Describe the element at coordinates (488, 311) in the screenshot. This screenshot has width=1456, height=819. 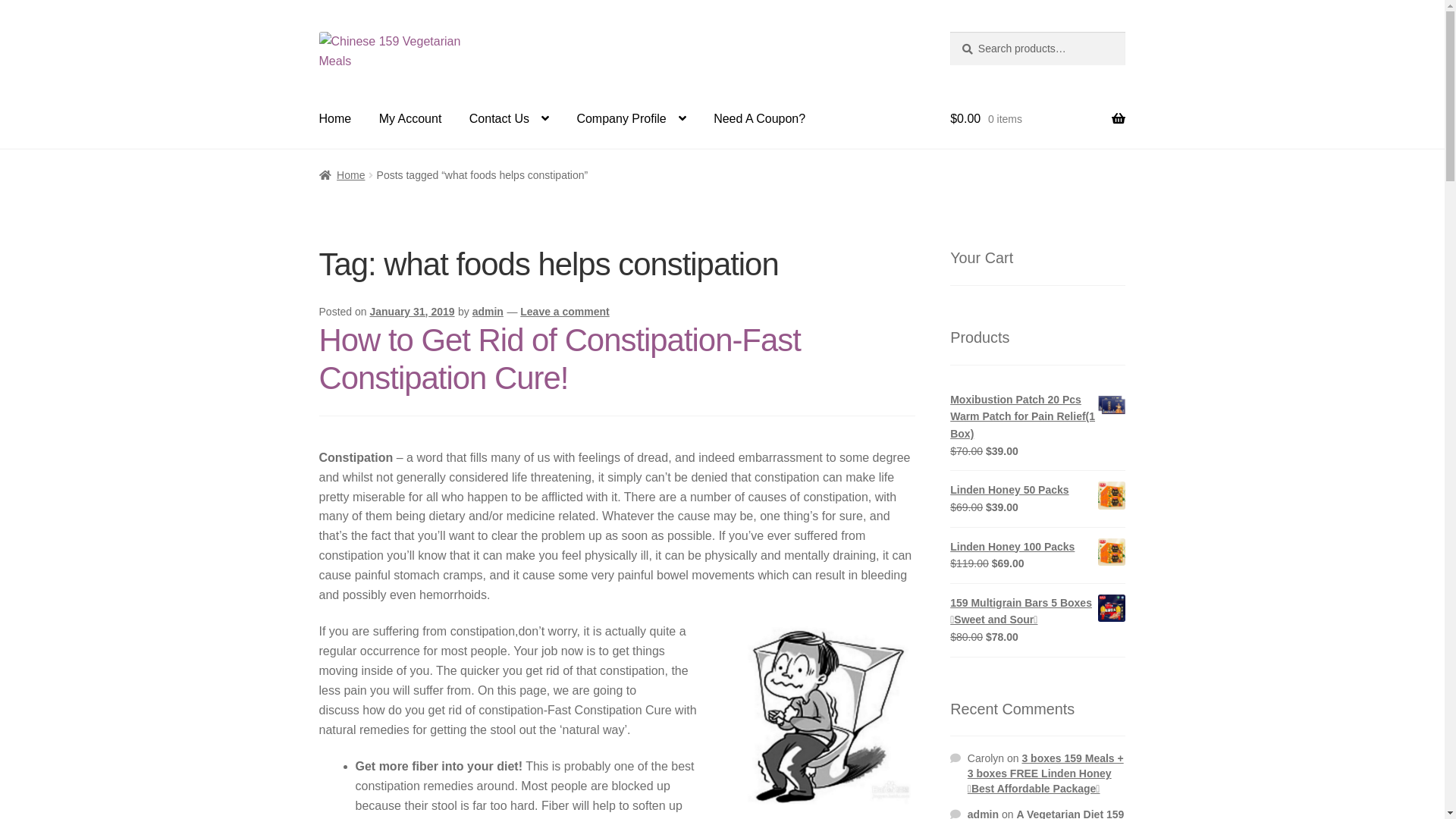
I see `'admin'` at that location.